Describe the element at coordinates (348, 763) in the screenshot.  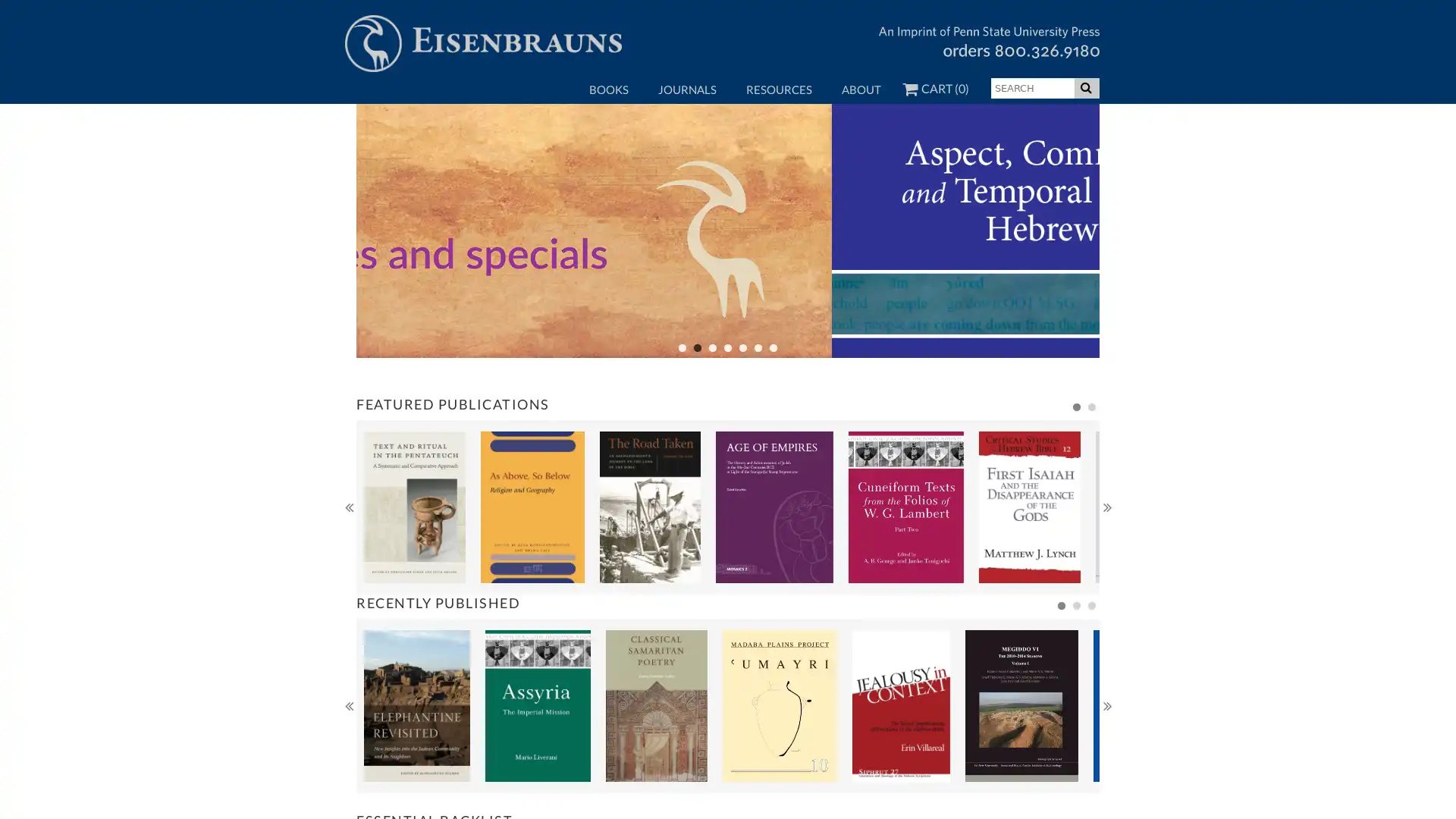
I see `Previous` at that location.